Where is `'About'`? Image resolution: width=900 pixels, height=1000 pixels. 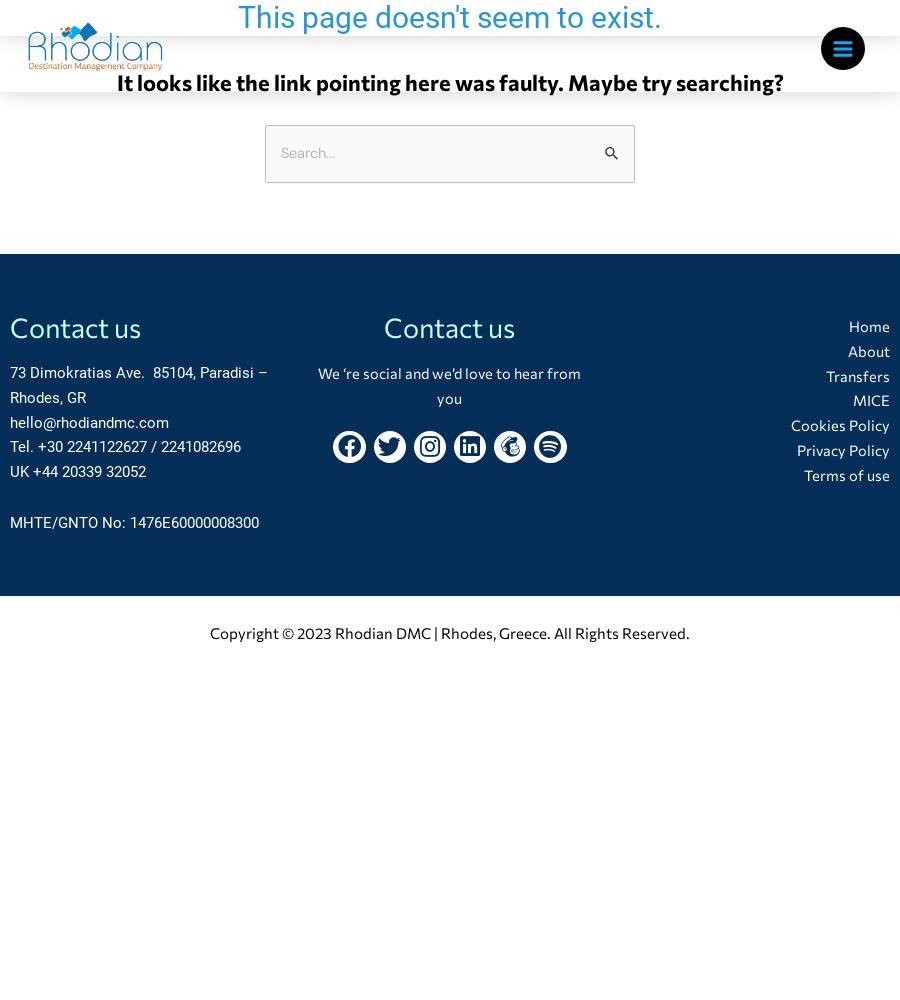
'About' is located at coordinates (867, 349).